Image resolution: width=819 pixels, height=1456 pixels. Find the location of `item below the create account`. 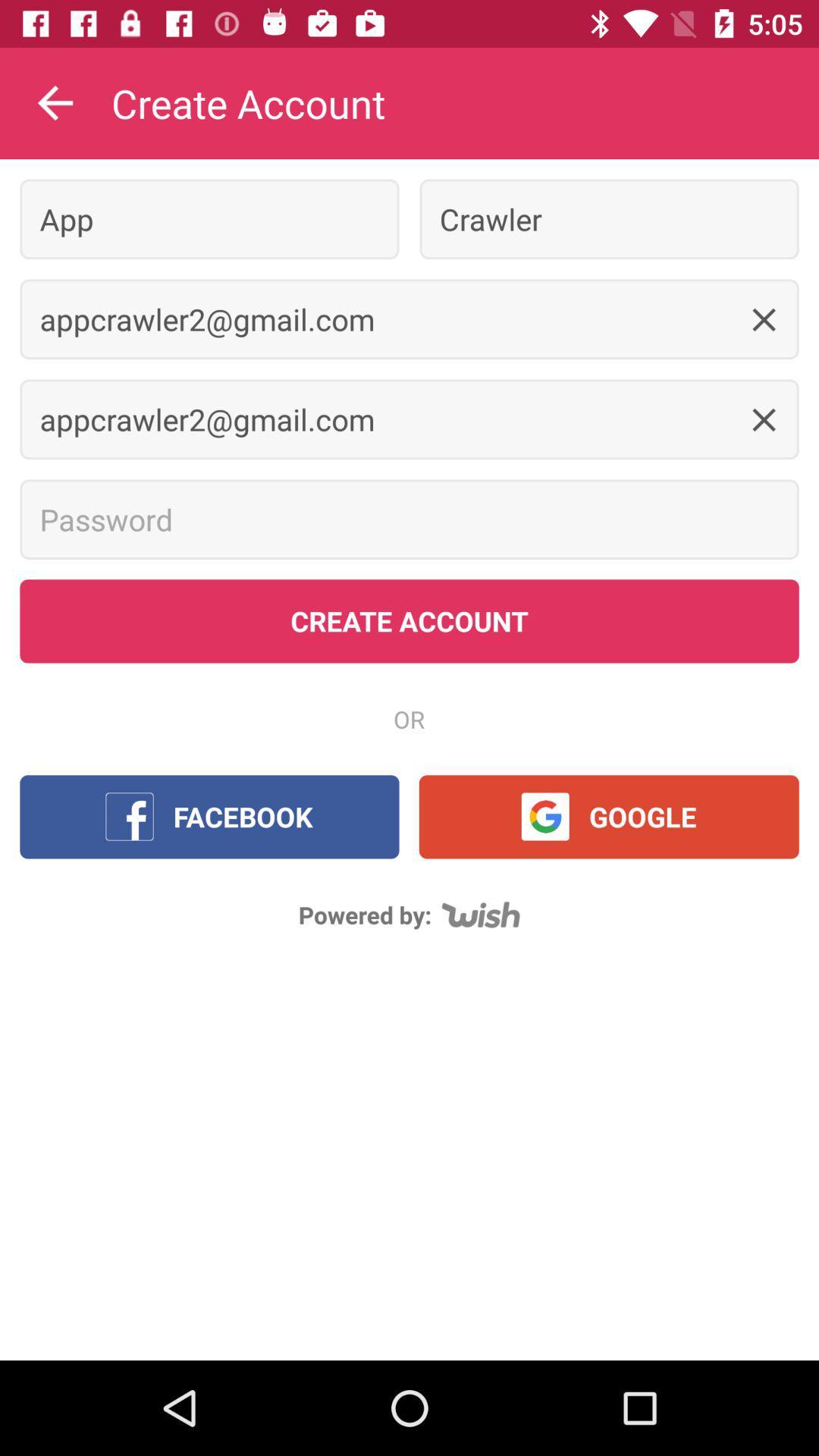

item below the create account is located at coordinates (209, 218).